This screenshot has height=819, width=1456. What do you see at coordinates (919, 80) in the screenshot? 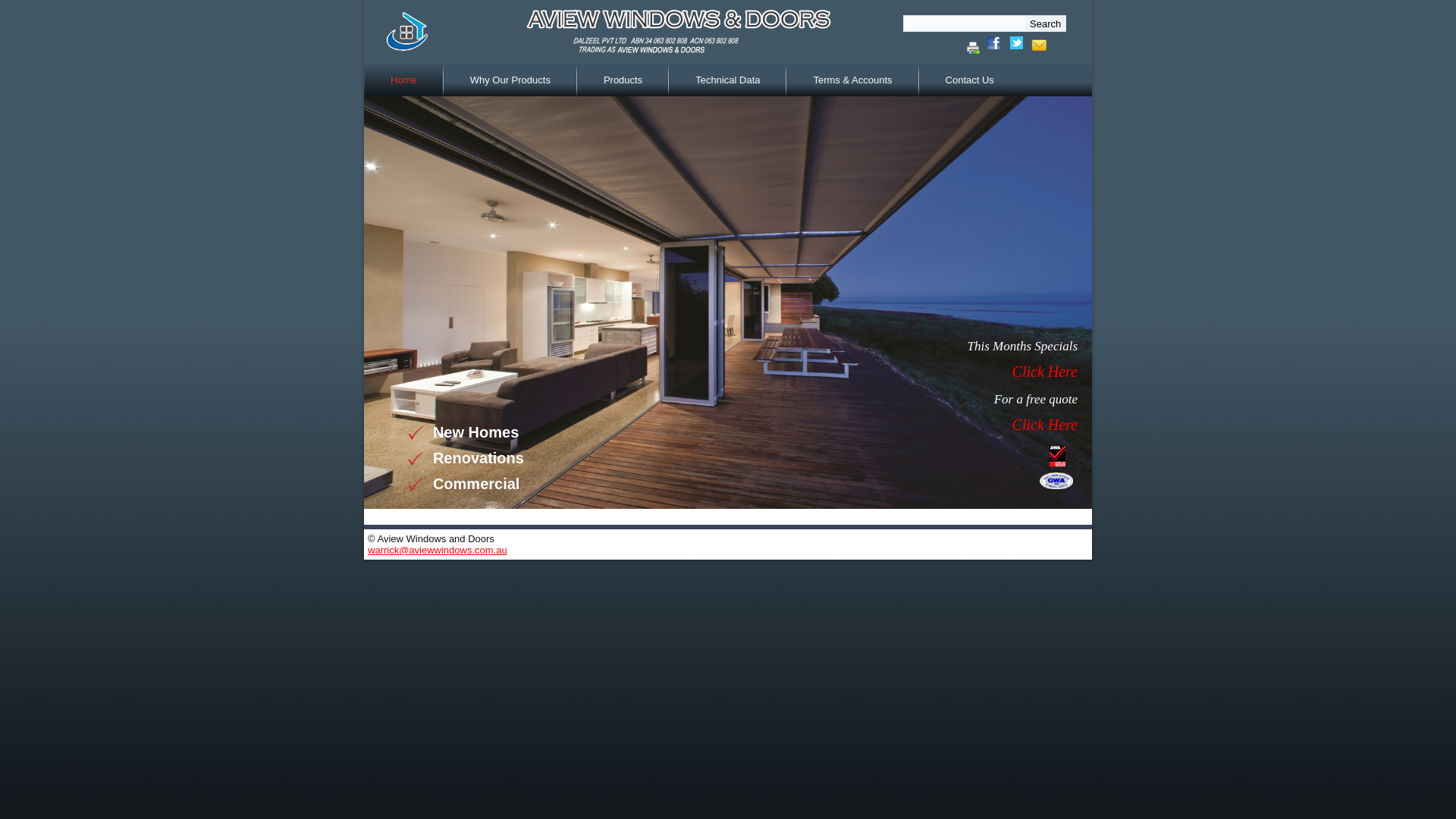
I see `'Contact Us'` at bounding box center [919, 80].